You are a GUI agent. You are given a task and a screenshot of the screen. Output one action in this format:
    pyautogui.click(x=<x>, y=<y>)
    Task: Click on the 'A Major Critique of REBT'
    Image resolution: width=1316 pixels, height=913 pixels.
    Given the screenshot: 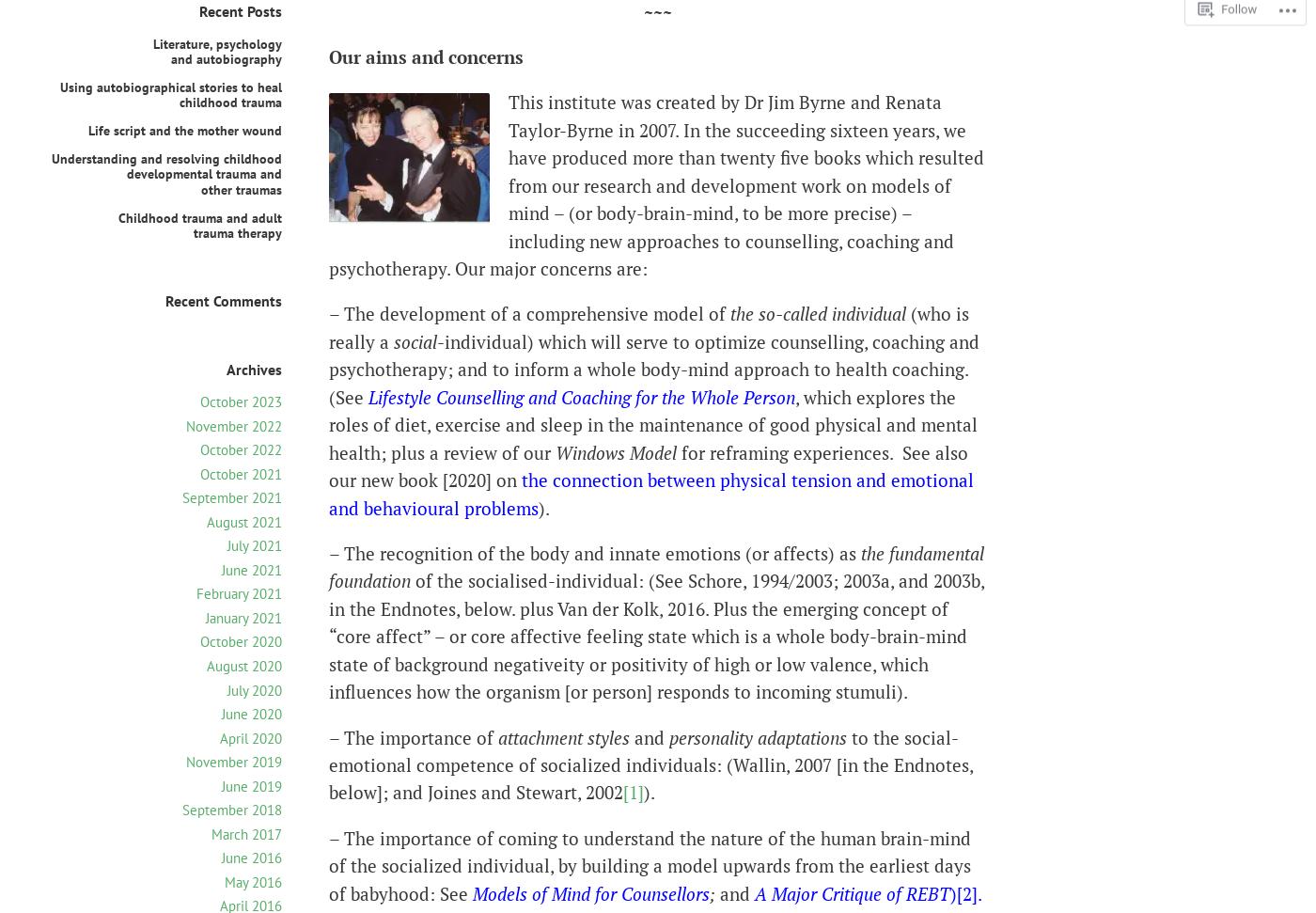 What is the action you would take?
    pyautogui.click(x=755, y=891)
    